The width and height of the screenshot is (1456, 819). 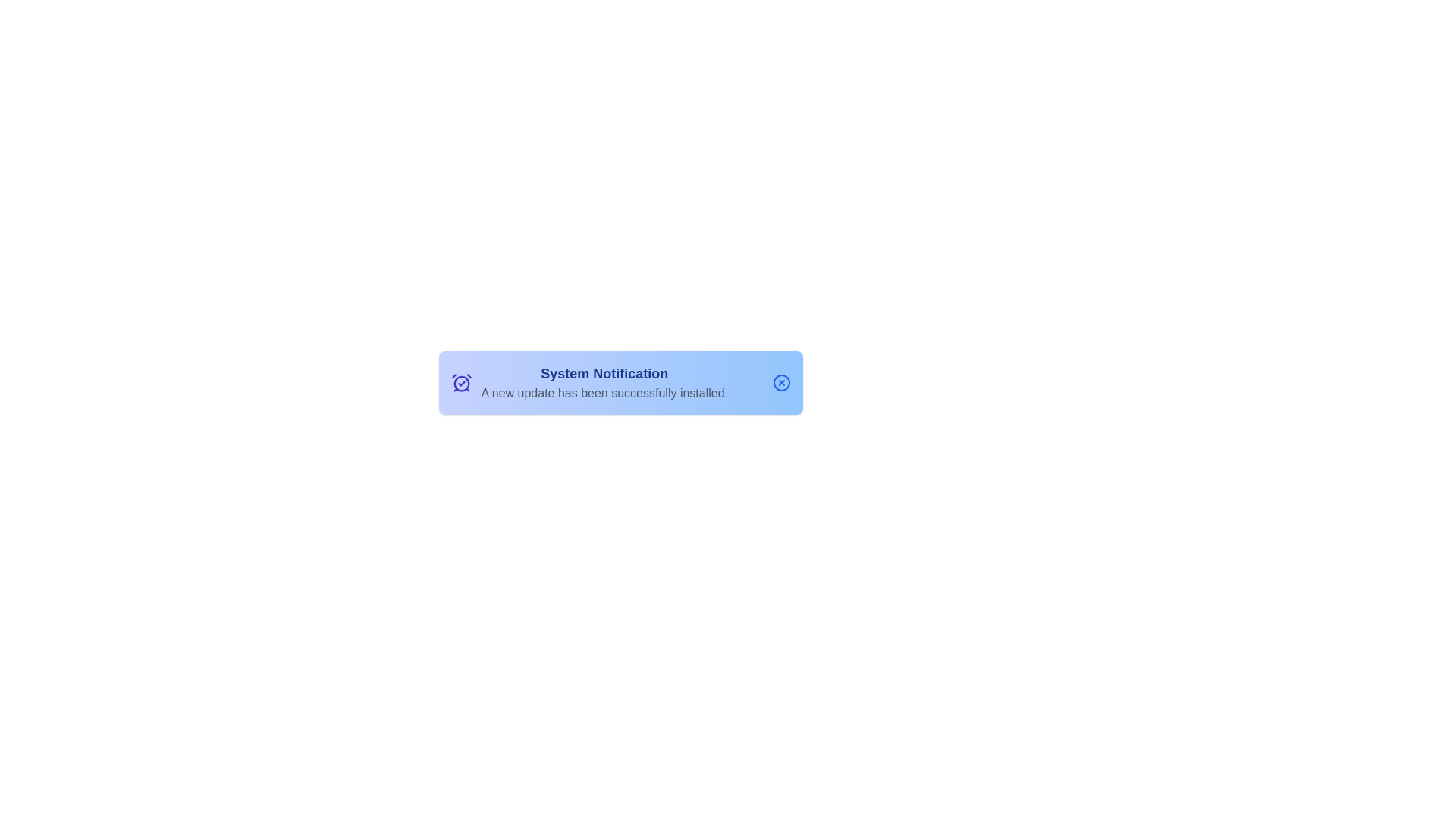 What do you see at coordinates (460, 383) in the screenshot?
I see `the circular SVG graphical component within the clock icon located in the notification card next to 'System Notification'` at bounding box center [460, 383].